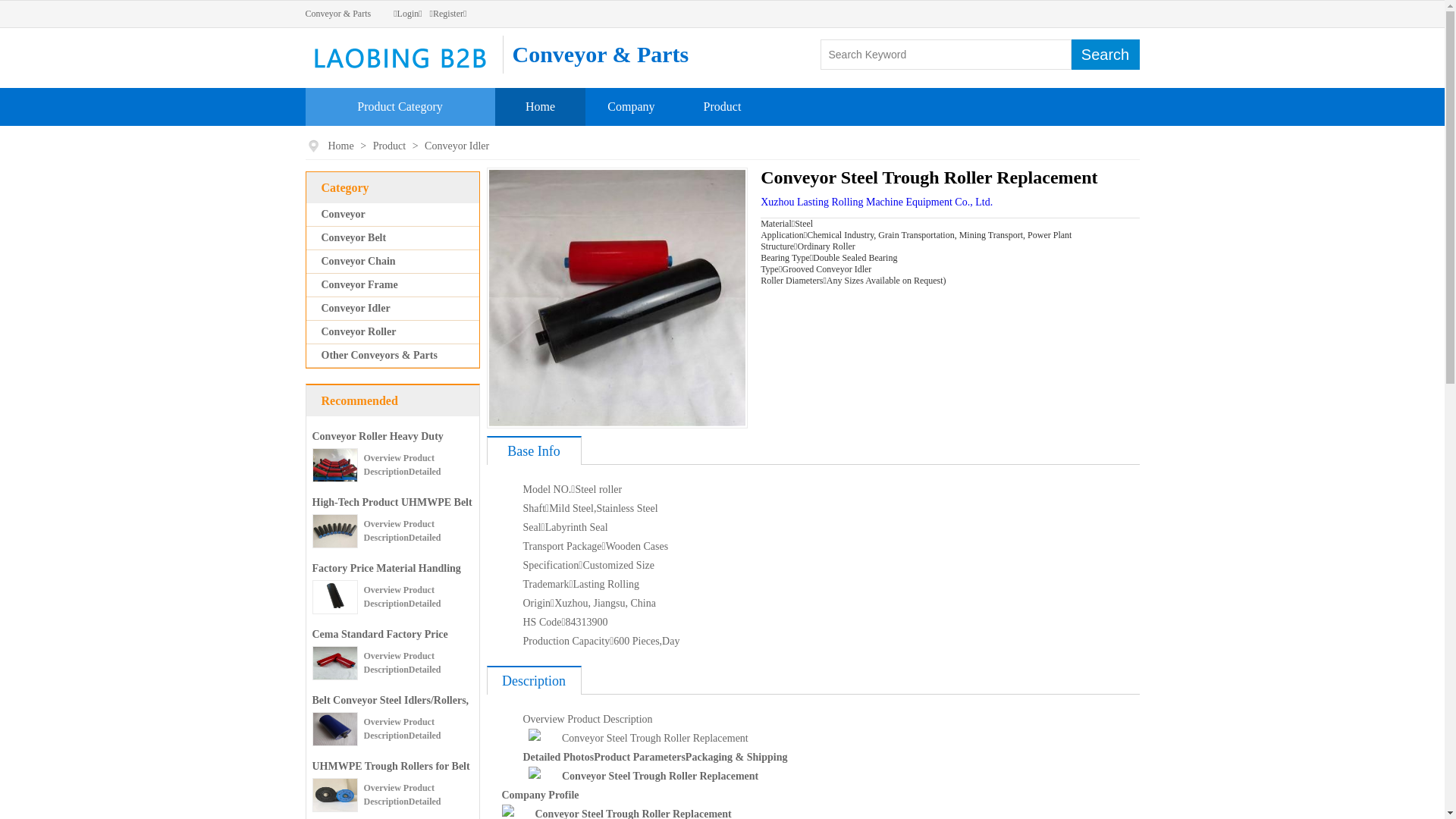 This screenshot has height=819, width=1456. Describe the element at coordinates (1105, 54) in the screenshot. I see `'Search'` at that location.